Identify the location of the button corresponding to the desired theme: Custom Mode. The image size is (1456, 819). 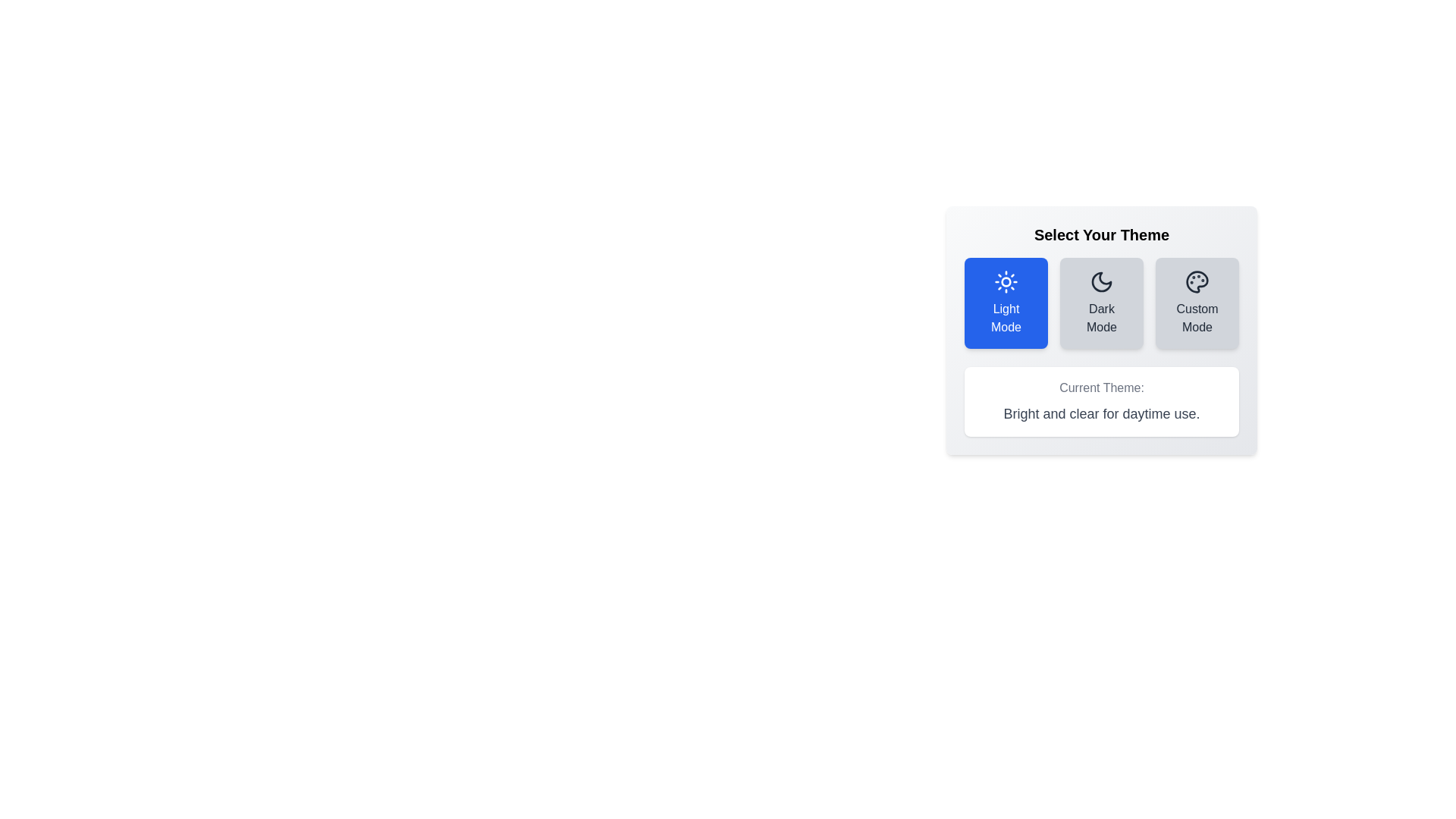
(1197, 303).